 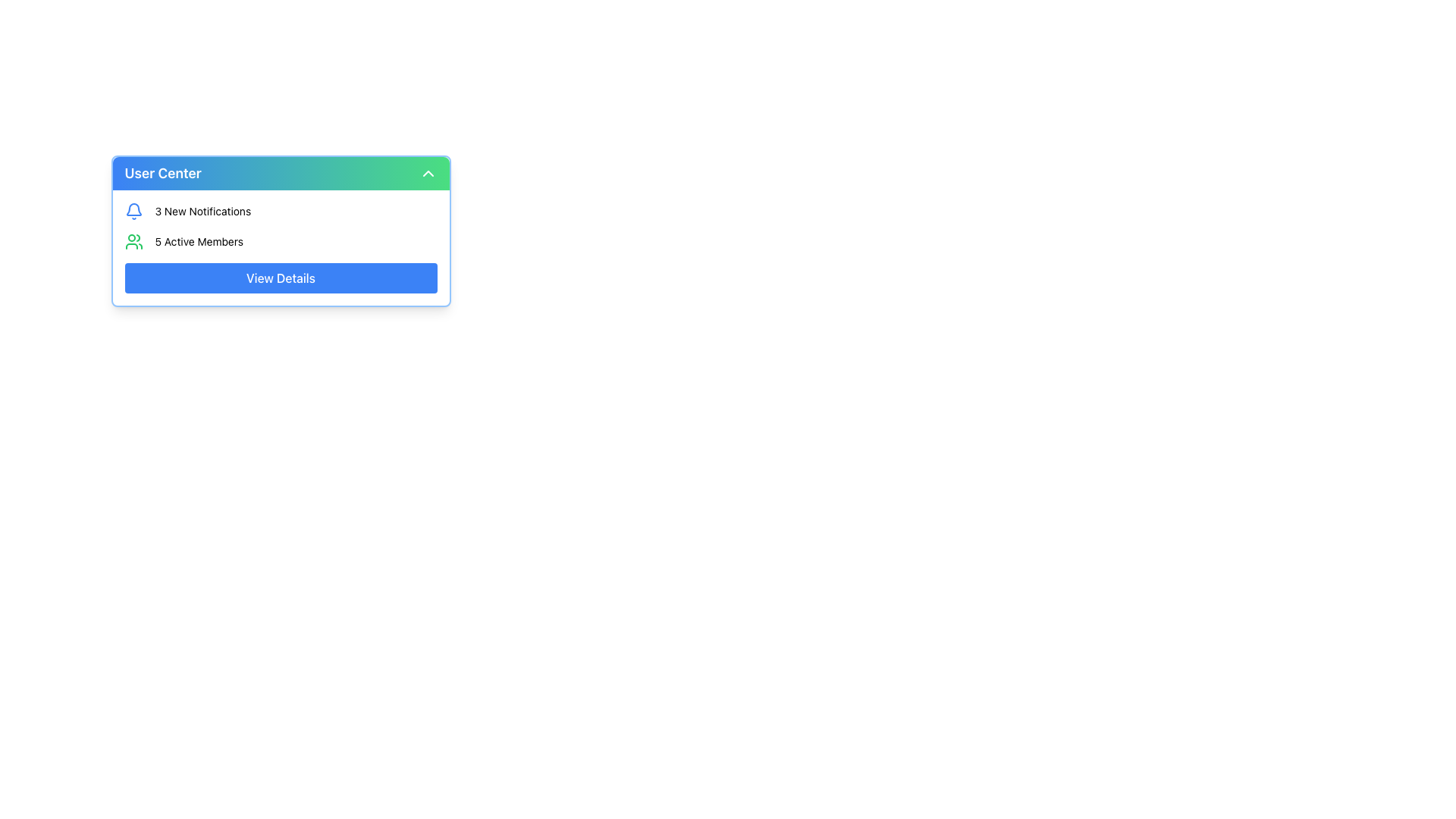 What do you see at coordinates (427, 172) in the screenshot?
I see `the white upward-pointing chevron icon with a green background located in the upper right corner of the 'User Center' header` at bounding box center [427, 172].